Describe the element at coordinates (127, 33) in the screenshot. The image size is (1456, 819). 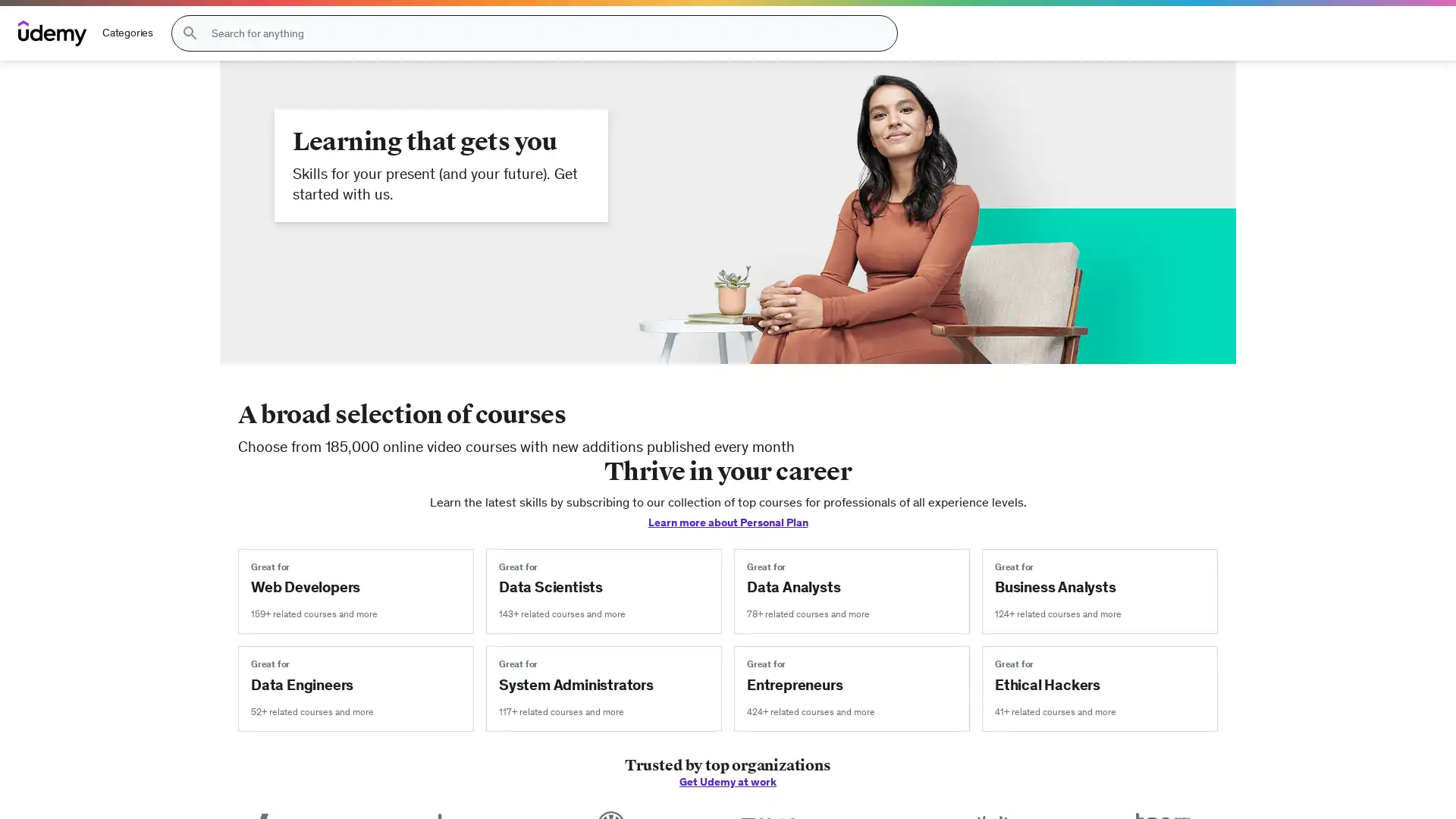
I see `Categories` at that location.